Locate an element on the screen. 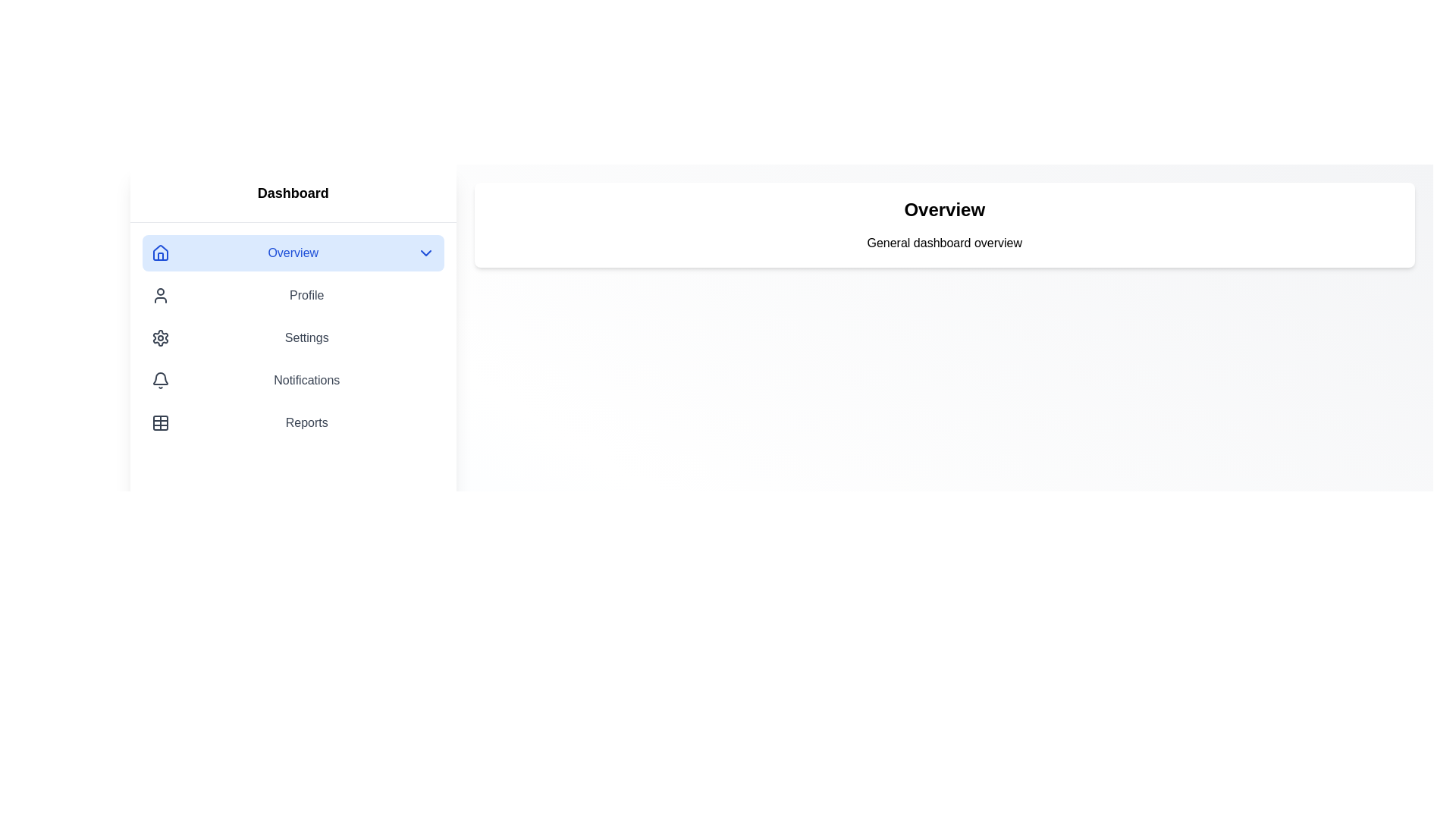 The width and height of the screenshot is (1456, 819). the menu item Profile in the sidebar to navigate to its respective content is located at coordinates (293, 295).